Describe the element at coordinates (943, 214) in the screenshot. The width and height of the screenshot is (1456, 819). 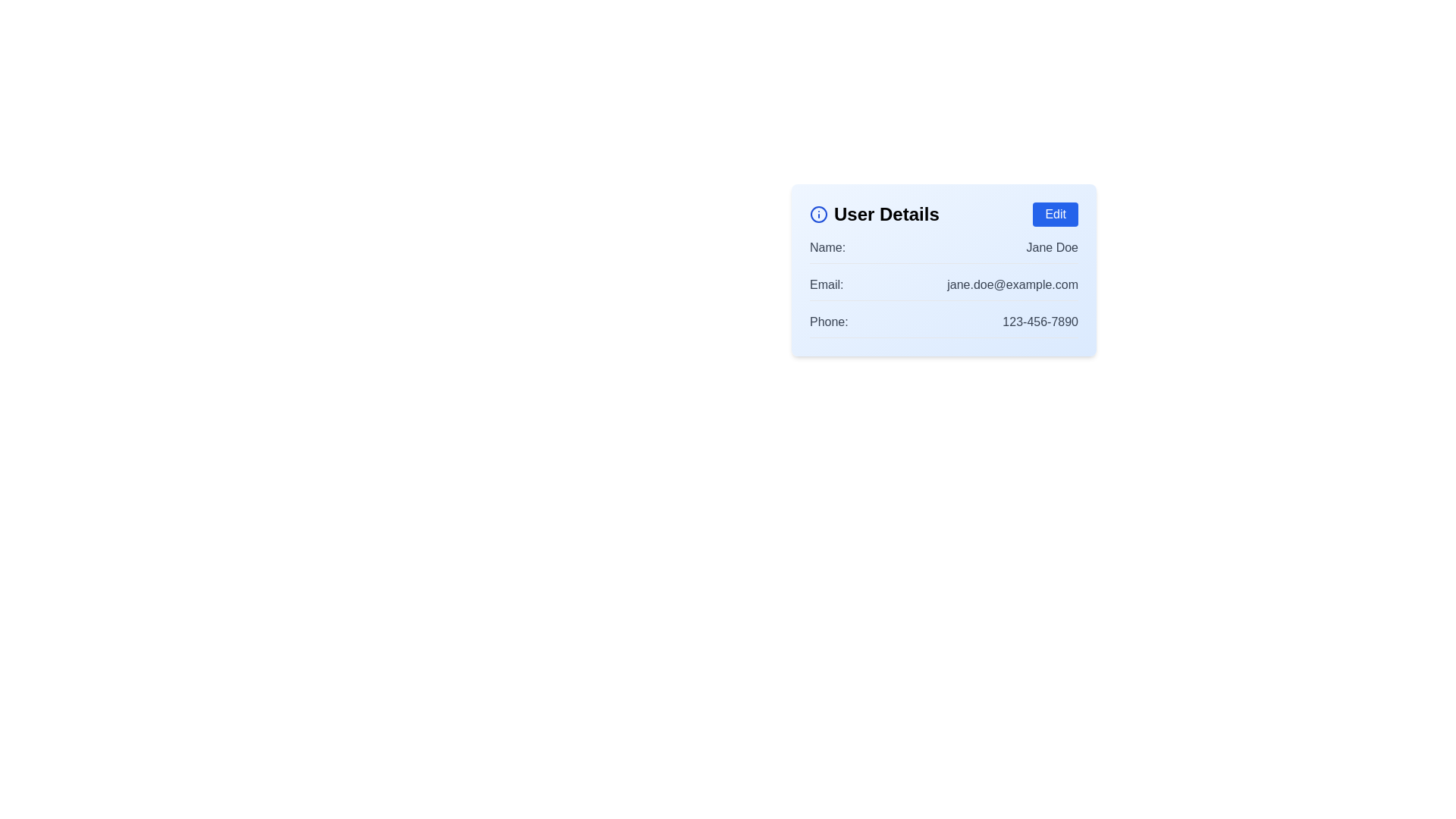
I see `the 'User Details' title text in the A header element located at the top of the user information section within the card` at that location.